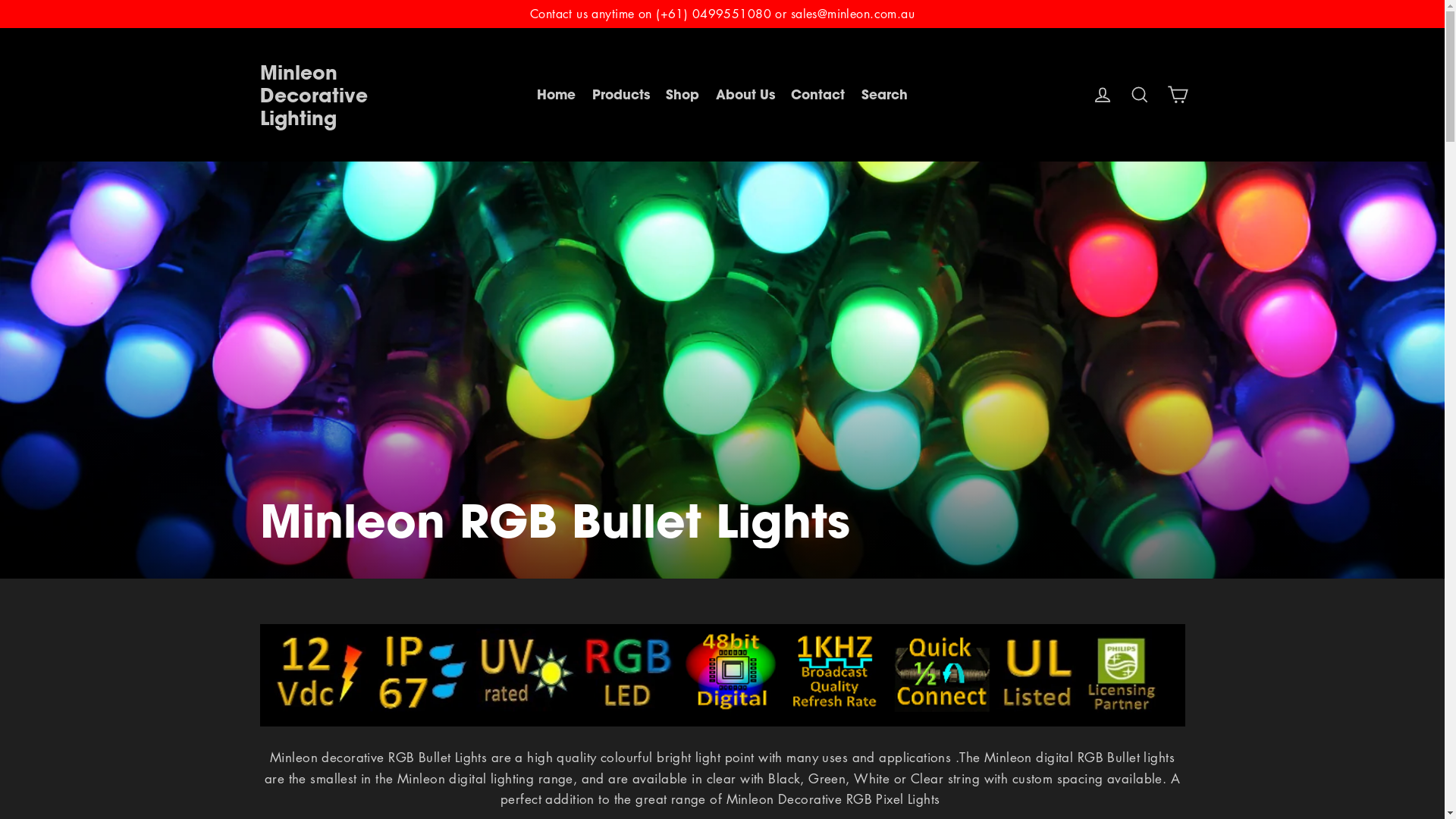  What do you see at coordinates (555, 94) in the screenshot?
I see `'Home'` at bounding box center [555, 94].